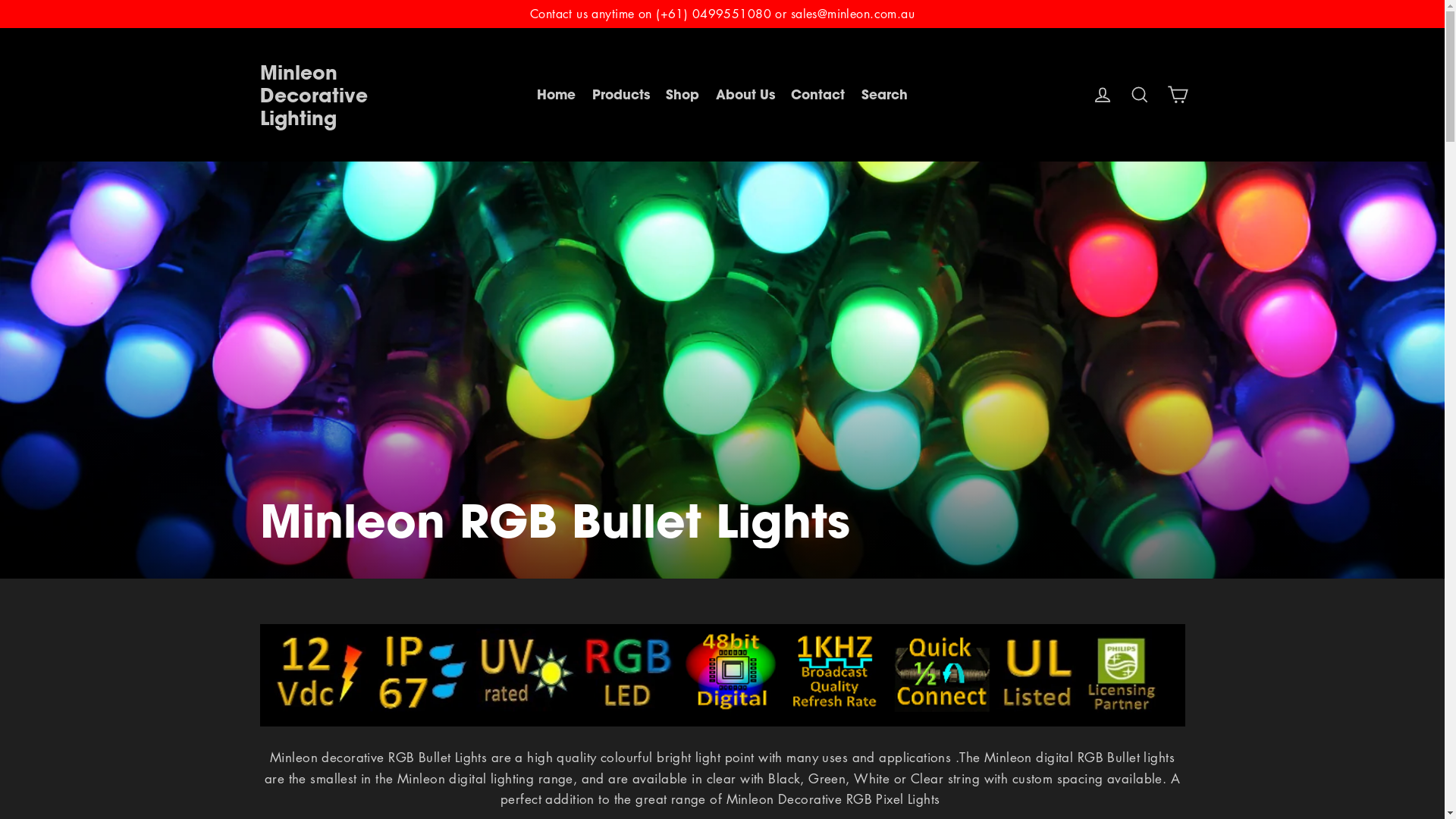  What do you see at coordinates (555, 94) in the screenshot?
I see `'Home'` at bounding box center [555, 94].